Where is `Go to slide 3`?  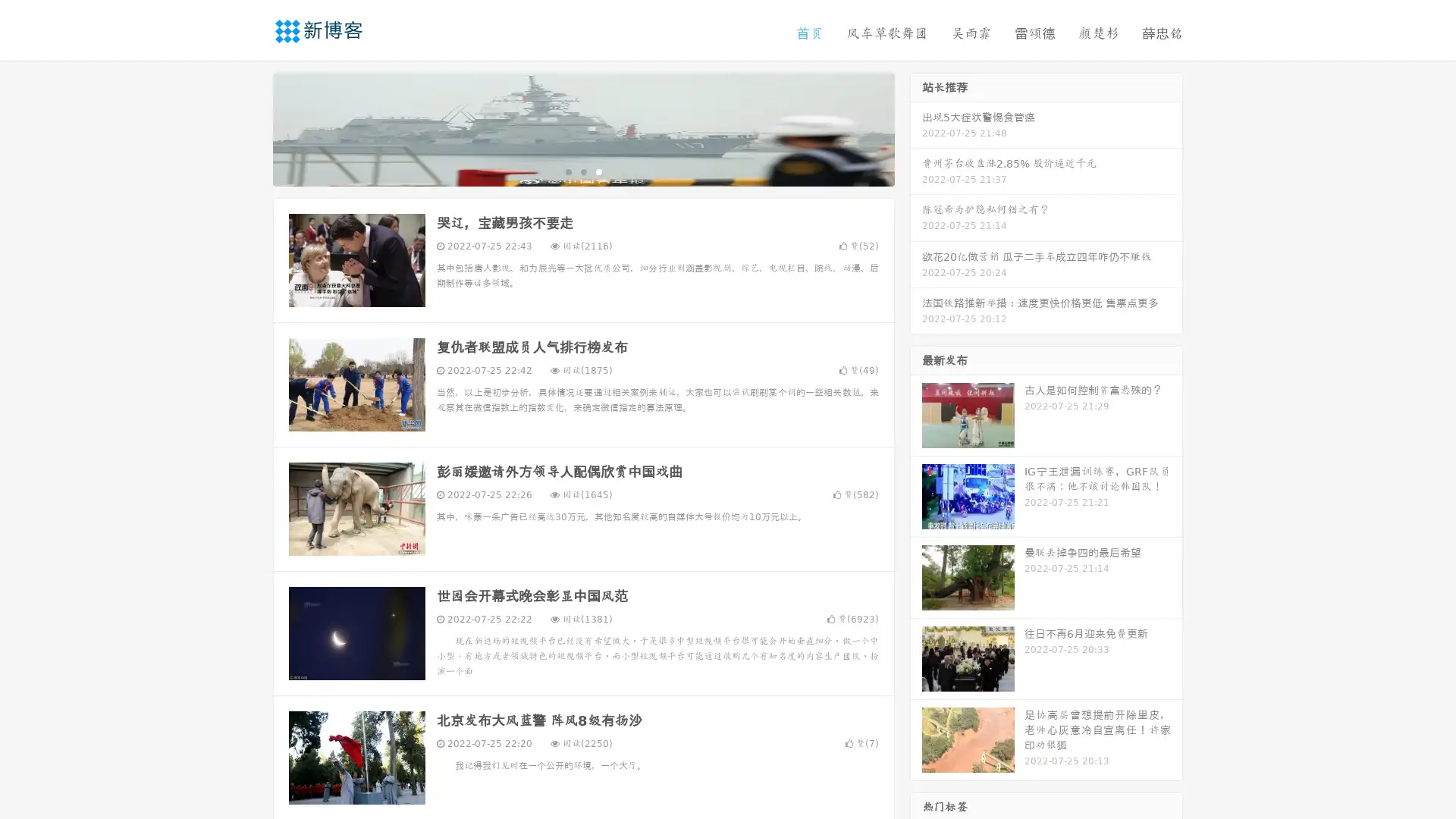 Go to slide 3 is located at coordinates (598, 171).